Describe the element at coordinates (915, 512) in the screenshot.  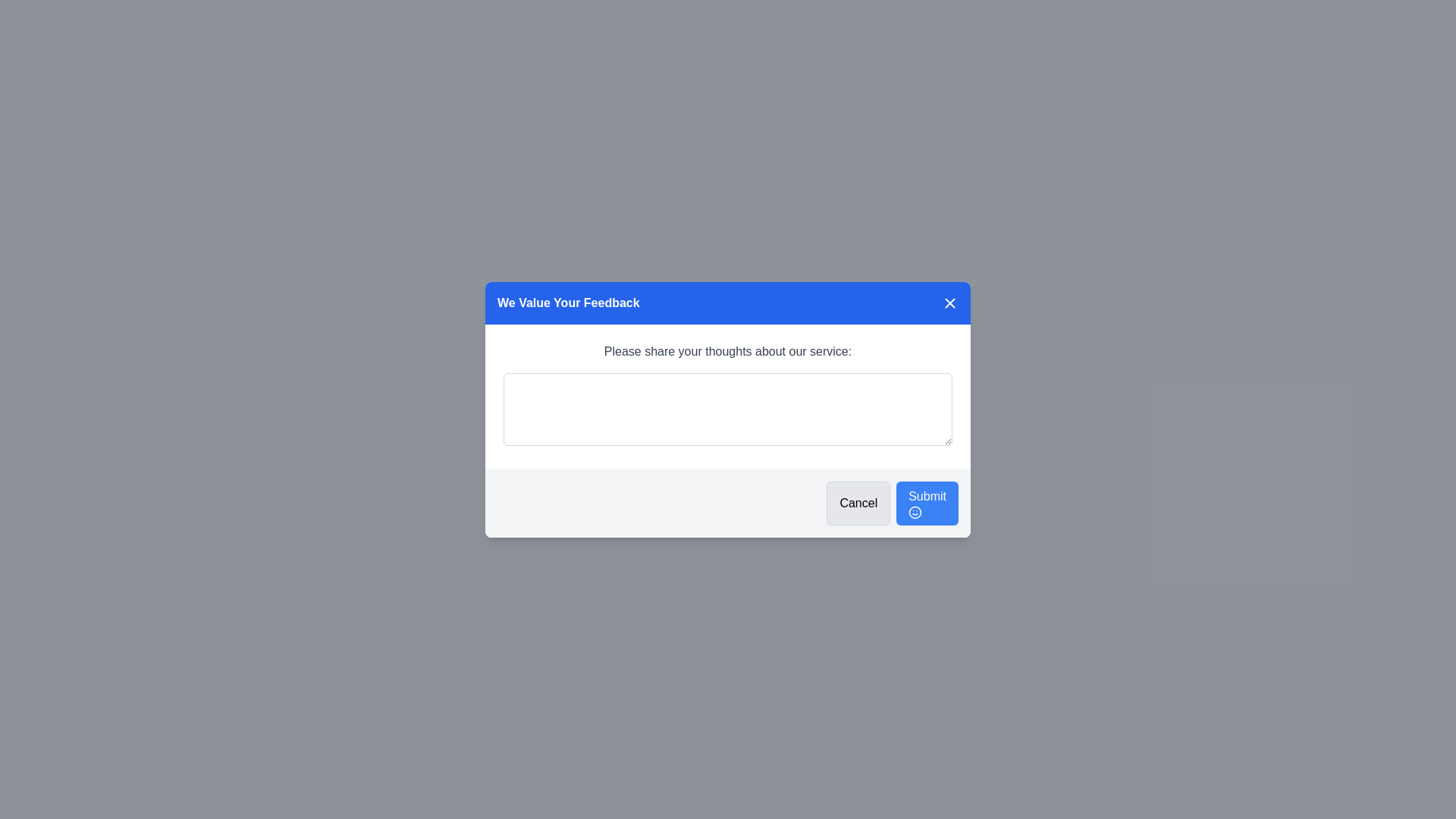
I see `the smiley face icon located inside the 'Submit' button at the bottom-right corner of the feedback popup dialog` at that location.